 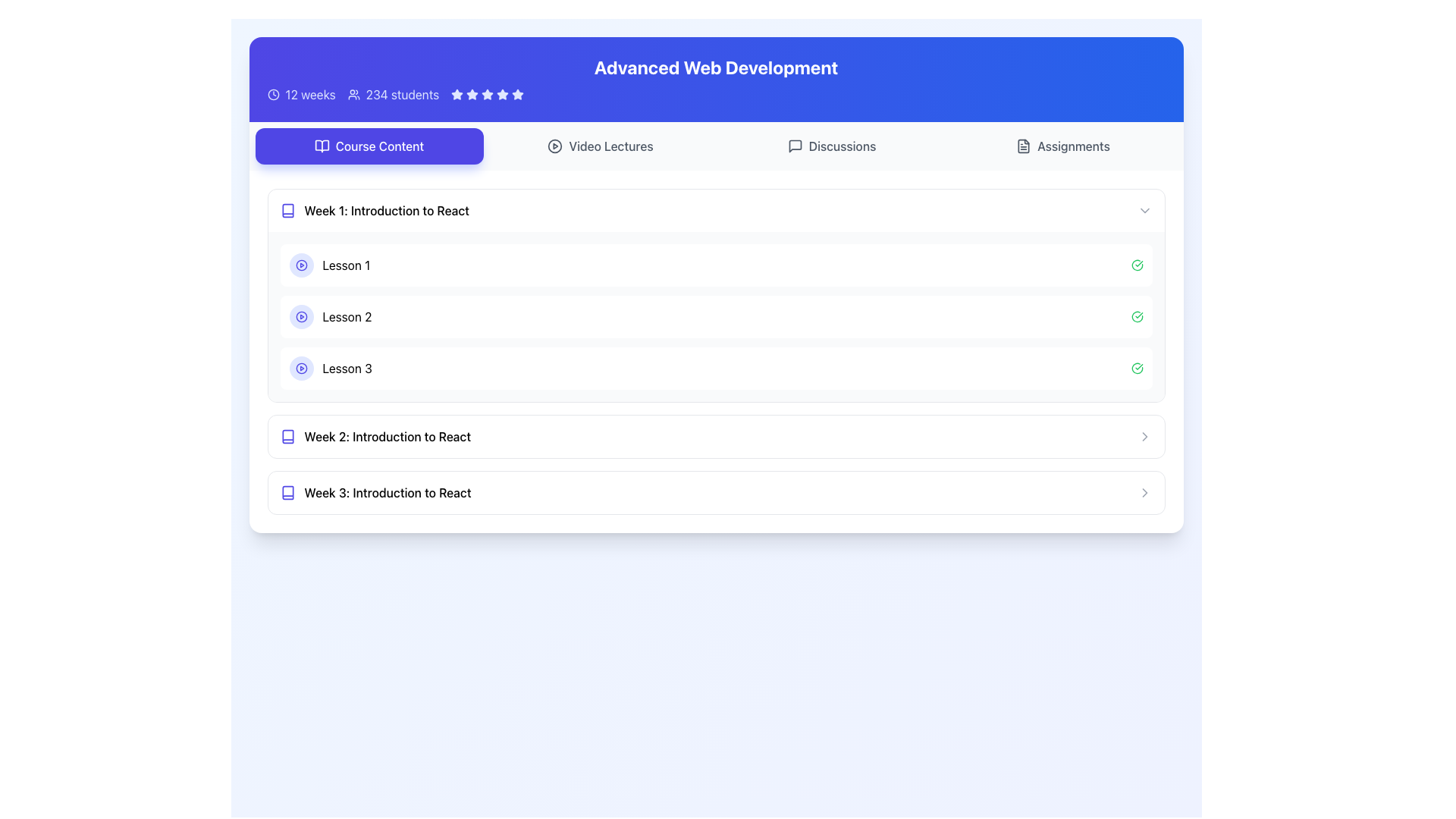 What do you see at coordinates (1137, 315) in the screenshot?
I see `the checkmark icon indicating the completion status of 'Lesson 2' in the 'Week 1: Introduction to React' section` at bounding box center [1137, 315].